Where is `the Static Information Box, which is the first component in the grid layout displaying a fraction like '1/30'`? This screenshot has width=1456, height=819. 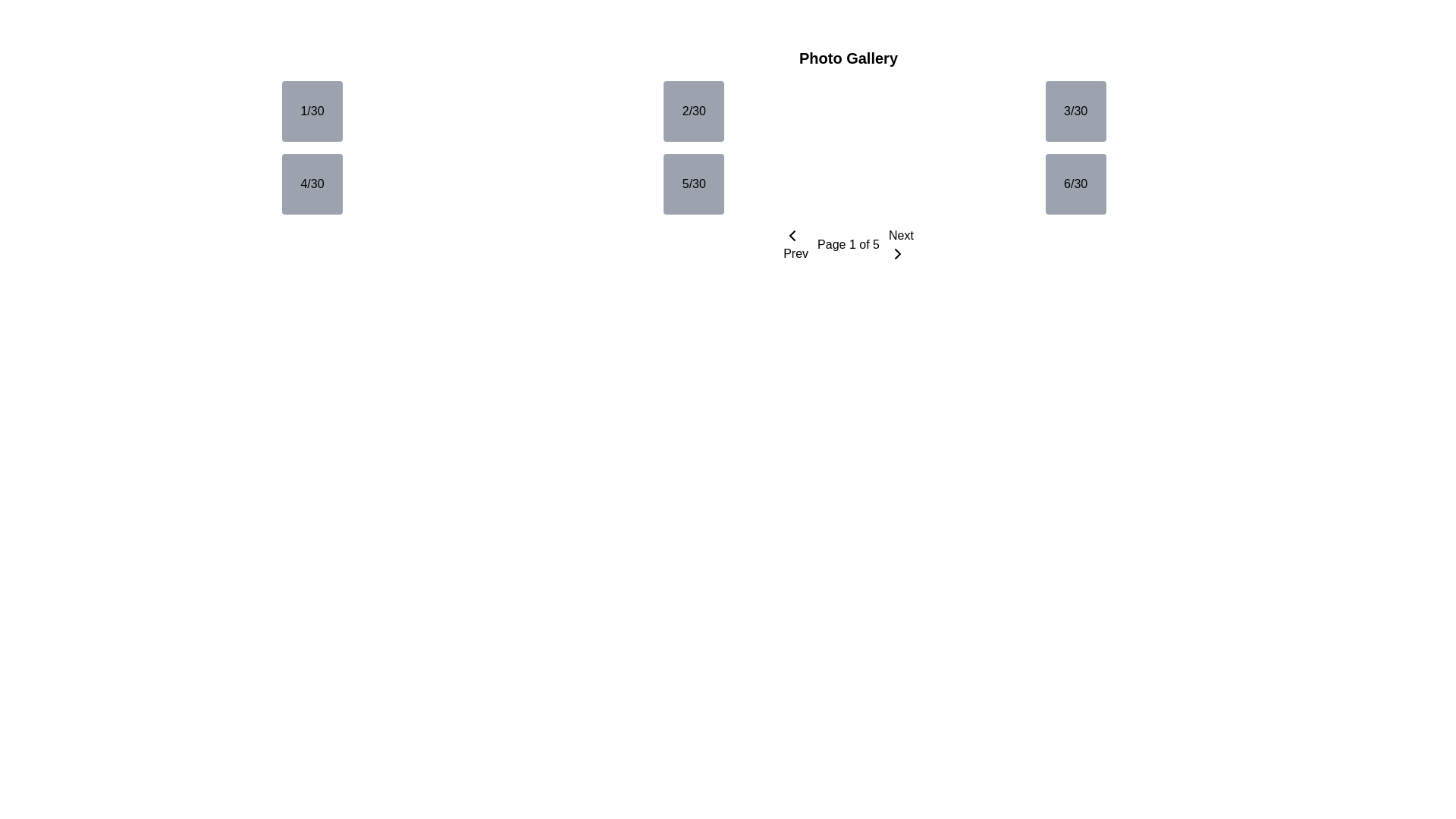 the Static Information Box, which is the first component in the grid layout displaying a fraction like '1/30' is located at coordinates (312, 110).